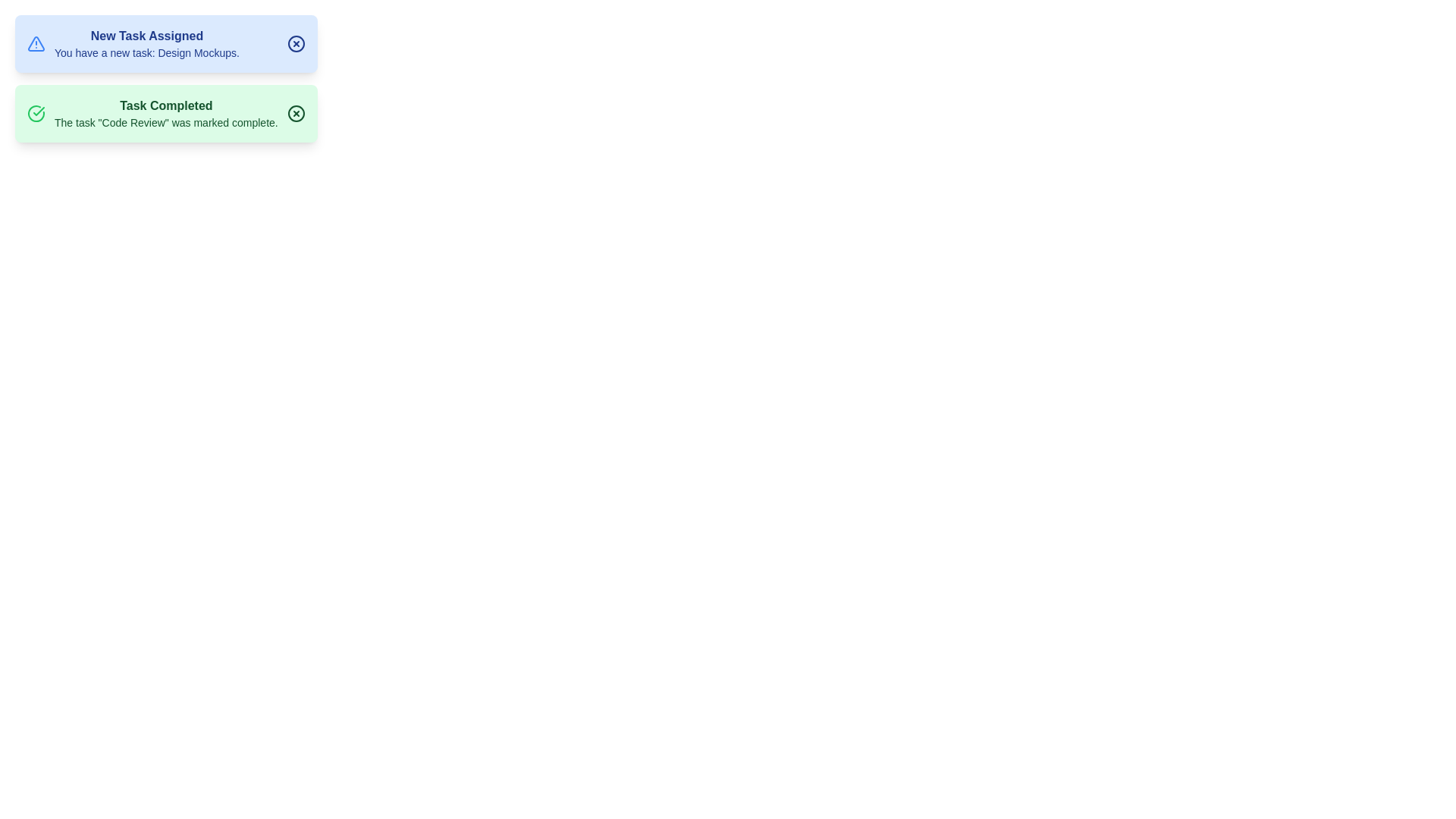  Describe the element at coordinates (296, 113) in the screenshot. I see `close button for the notification titled 'Task Completed'` at that location.